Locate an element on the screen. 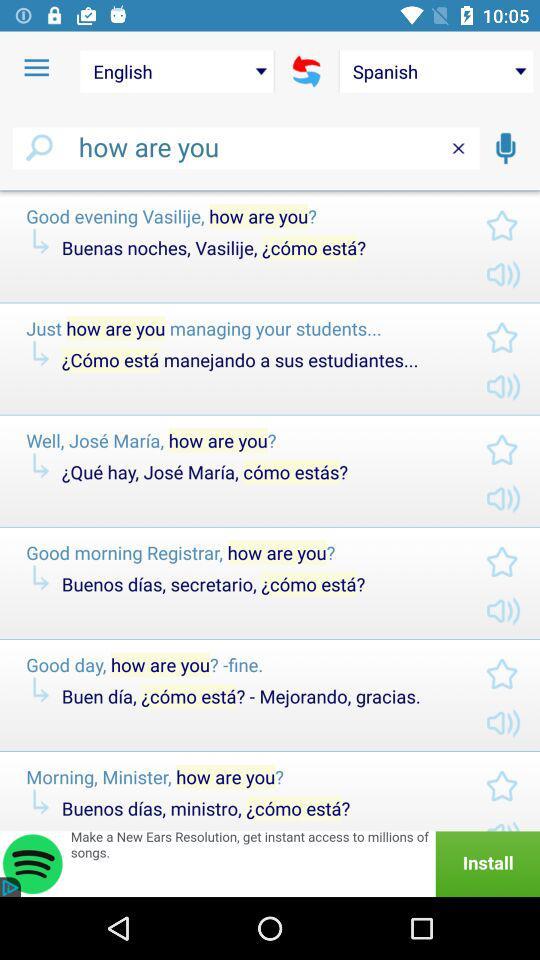  volume icon in the first text box is located at coordinates (486, 275).